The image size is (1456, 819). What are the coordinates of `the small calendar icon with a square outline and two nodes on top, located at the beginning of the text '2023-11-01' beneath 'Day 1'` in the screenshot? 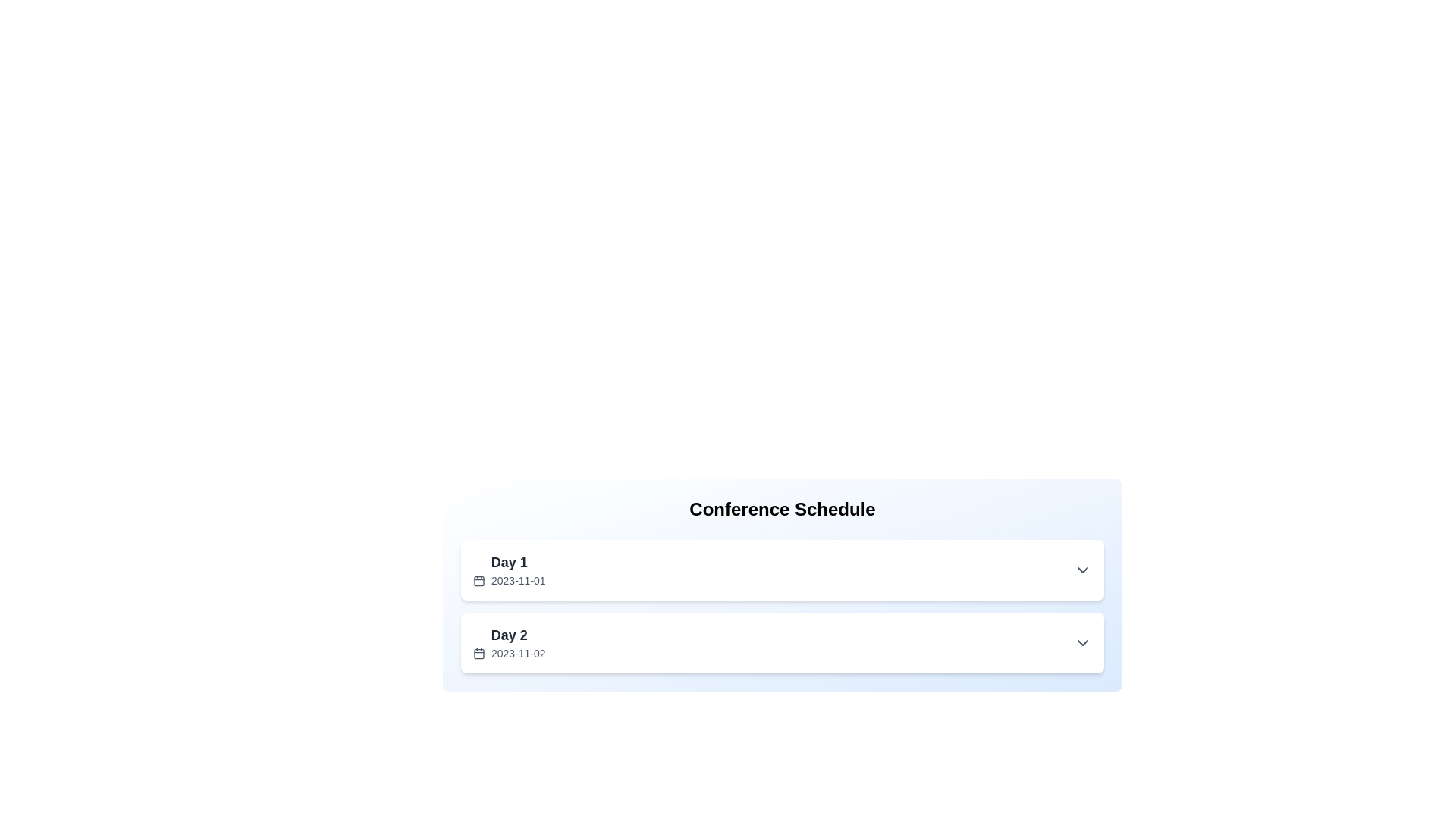 It's located at (479, 580).